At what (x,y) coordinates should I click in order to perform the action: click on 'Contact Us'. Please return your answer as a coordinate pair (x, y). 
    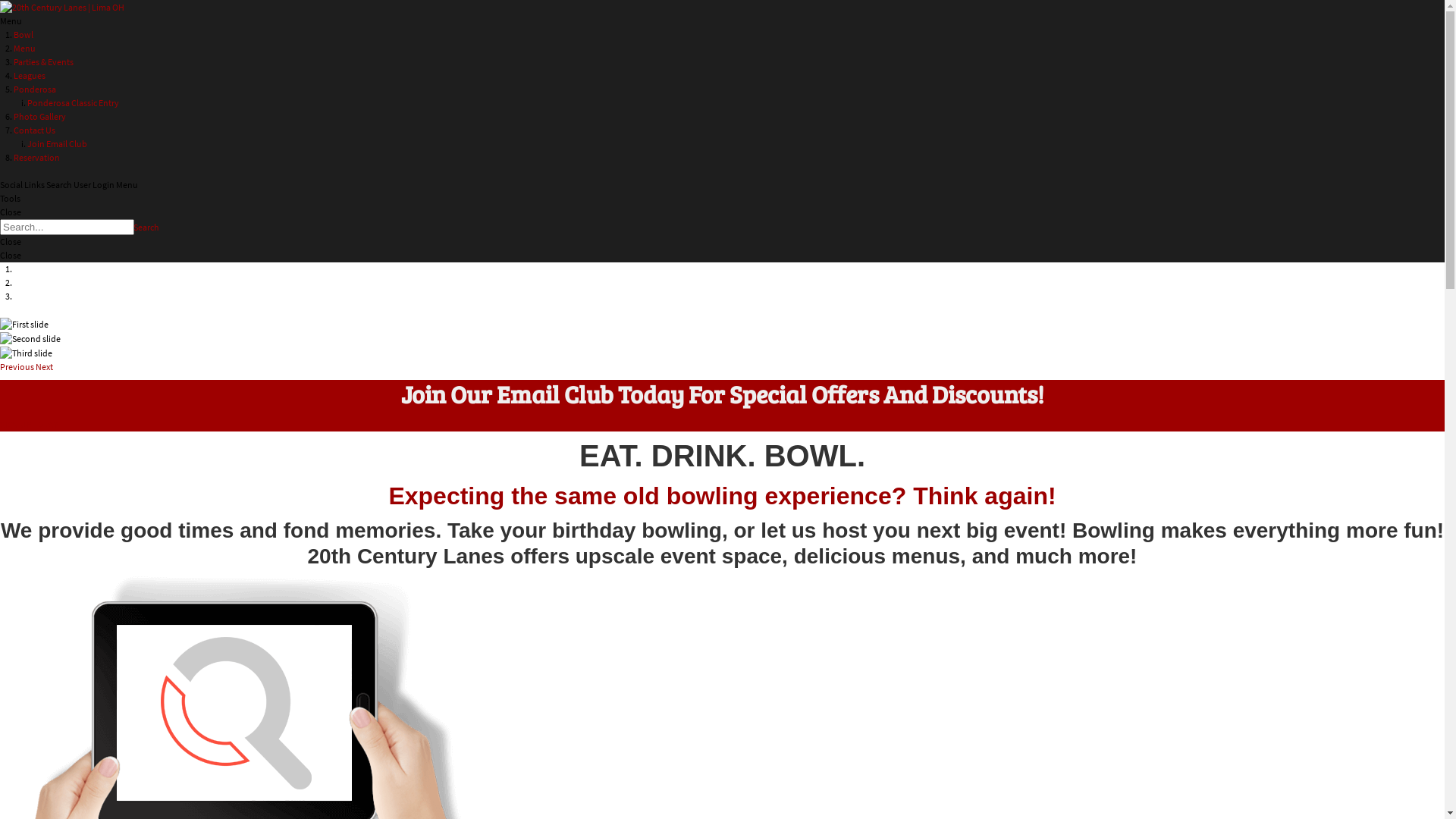
    Looking at the image, I should click on (34, 129).